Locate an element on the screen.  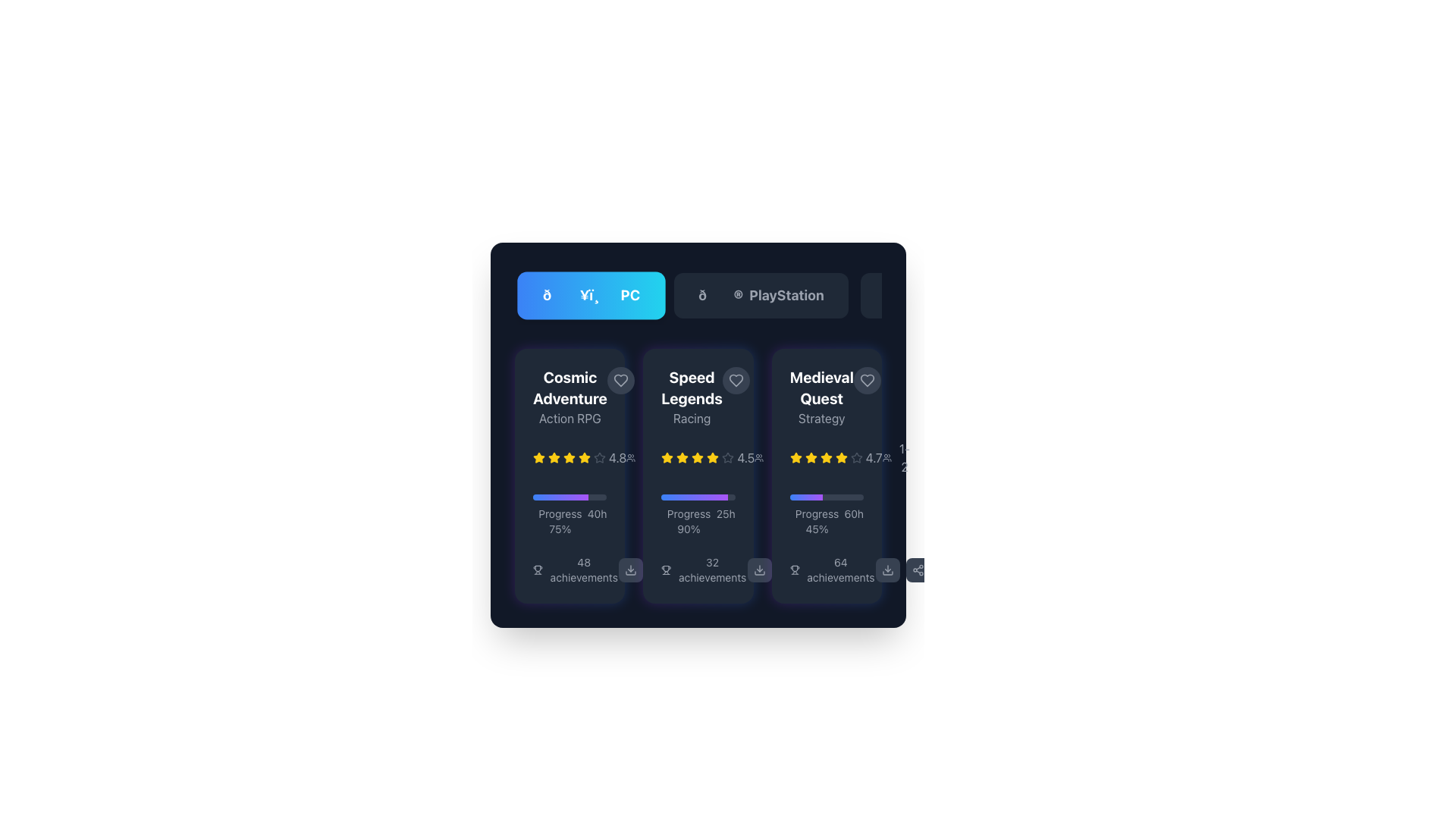
the horizontal progress bar with rounded edges, which has a grey background and a blue to purple gradient-filled segment, located above the text 'Progress 60h 45%' is located at coordinates (826, 497).